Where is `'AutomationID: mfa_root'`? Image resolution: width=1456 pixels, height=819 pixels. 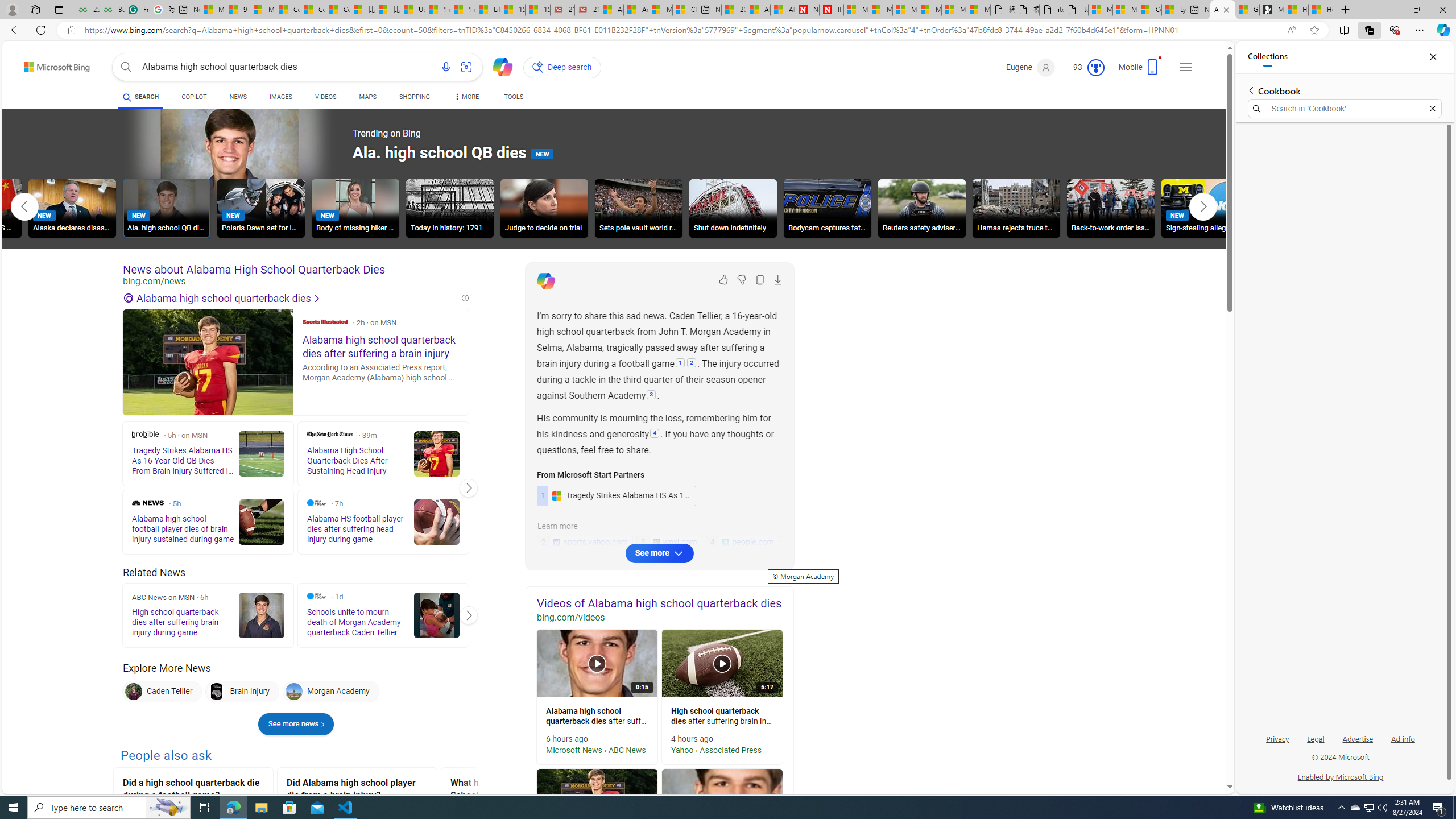
'AutomationID: mfa_root' is located at coordinates (1187, 753).